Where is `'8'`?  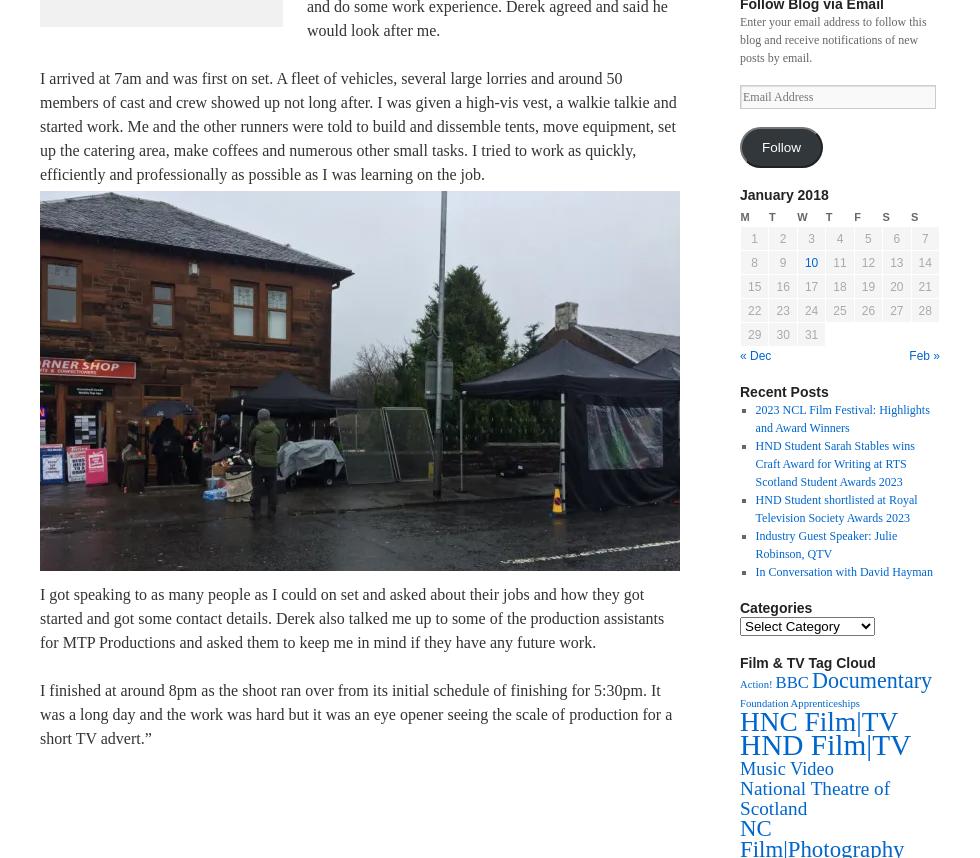 '8' is located at coordinates (750, 262).